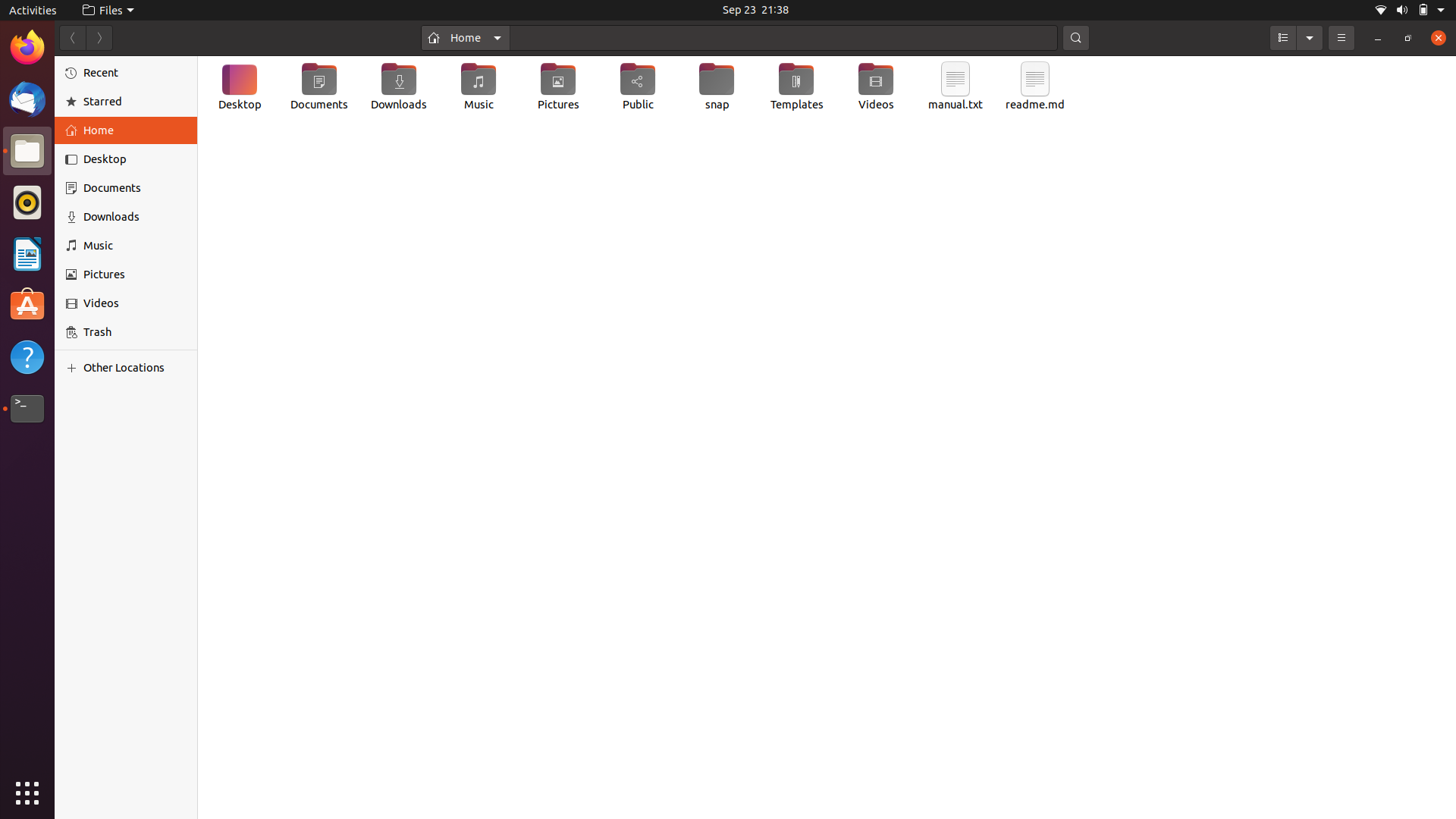 The height and width of the screenshot is (819, 1456). I want to click on Opt for the "List View" presentation, so click(1282, 37).